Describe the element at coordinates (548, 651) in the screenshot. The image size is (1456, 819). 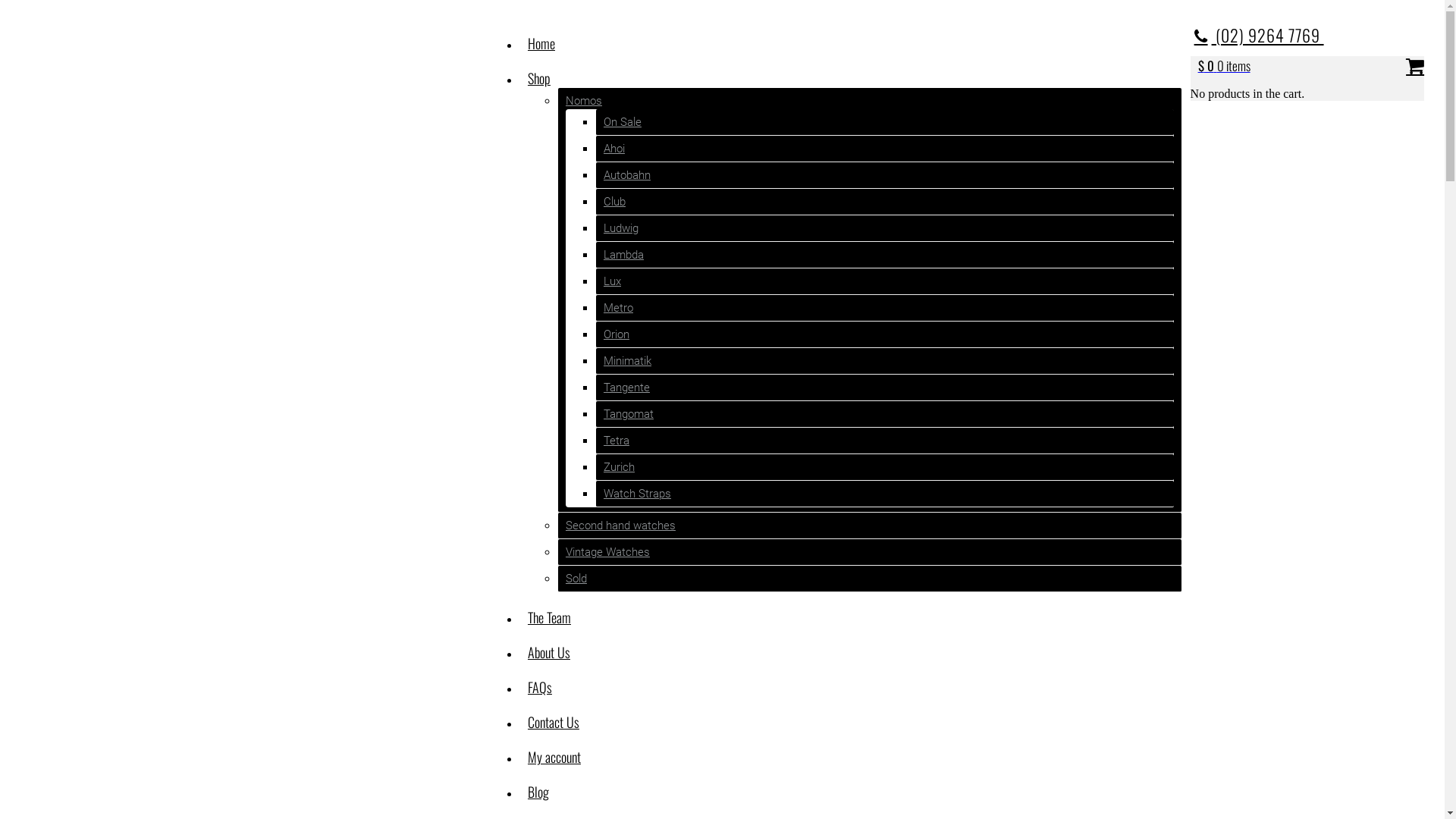
I see `'About Us'` at that location.